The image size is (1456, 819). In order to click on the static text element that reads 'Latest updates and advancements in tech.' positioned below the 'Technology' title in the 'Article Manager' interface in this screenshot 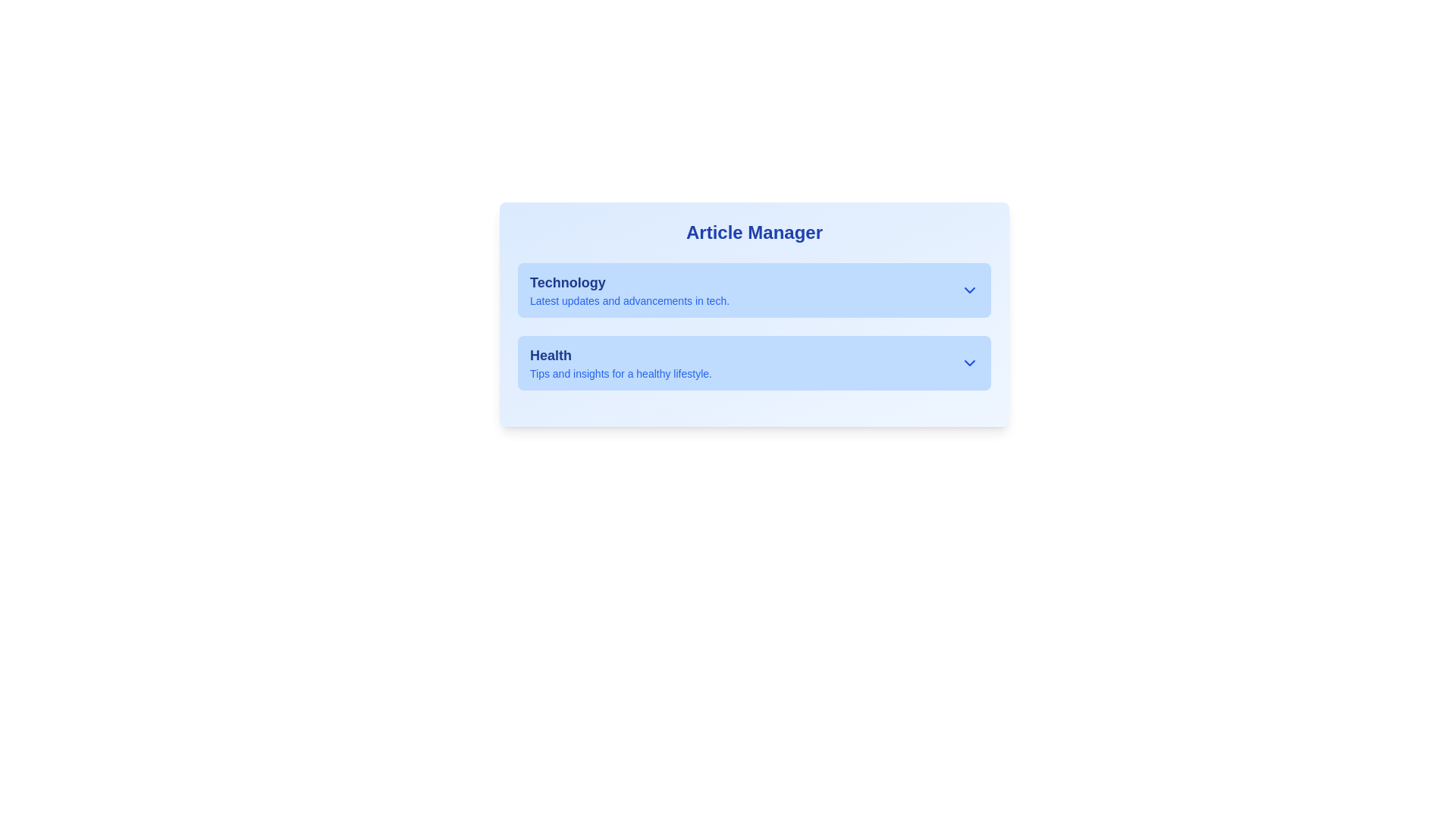, I will do `click(629, 301)`.